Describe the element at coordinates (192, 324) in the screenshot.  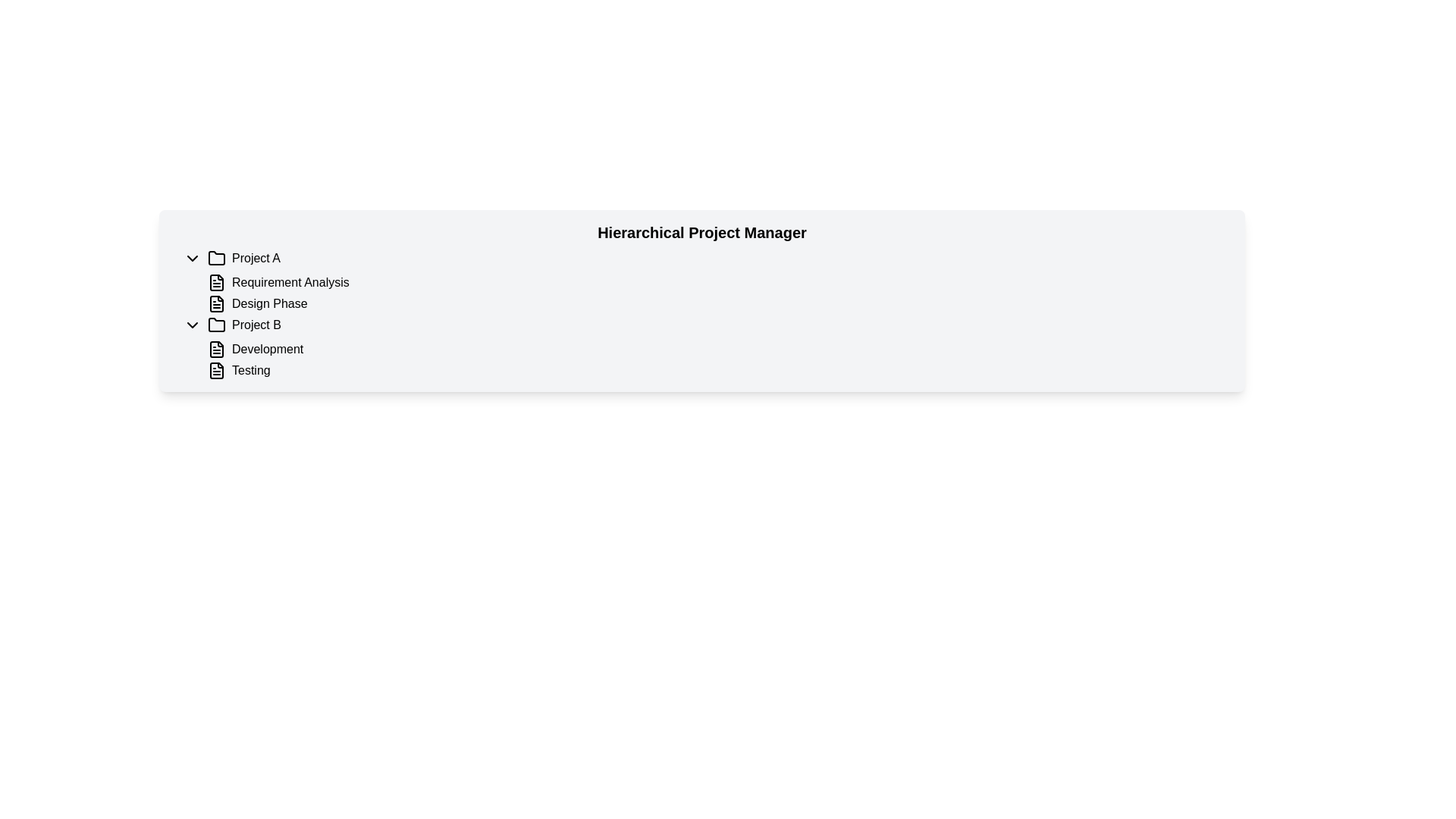
I see `the downward-pointing chevron icon located to the left of the text 'Project B'` at that location.